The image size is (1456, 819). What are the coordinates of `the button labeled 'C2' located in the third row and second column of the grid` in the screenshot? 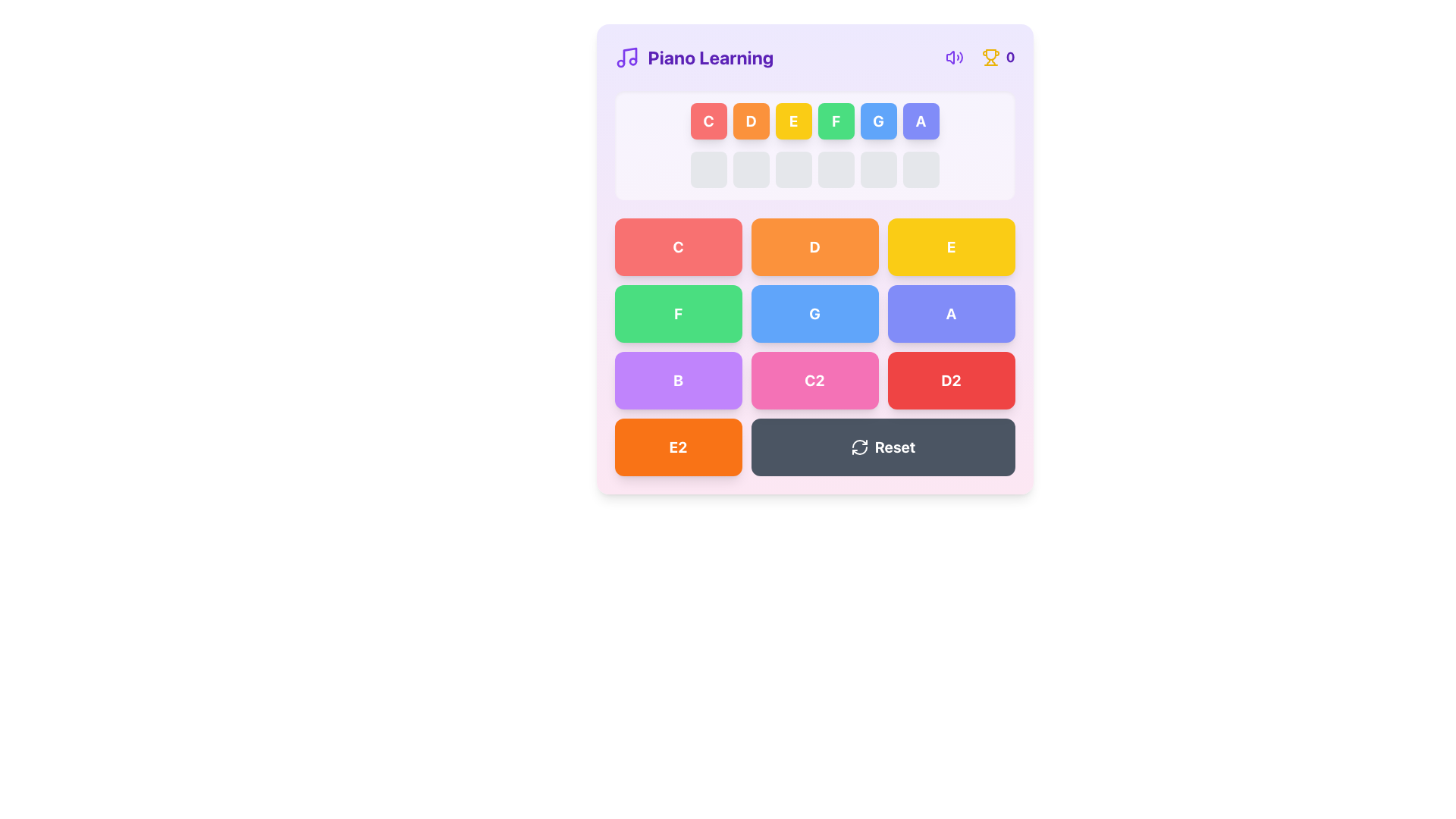 It's located at (814, 379).